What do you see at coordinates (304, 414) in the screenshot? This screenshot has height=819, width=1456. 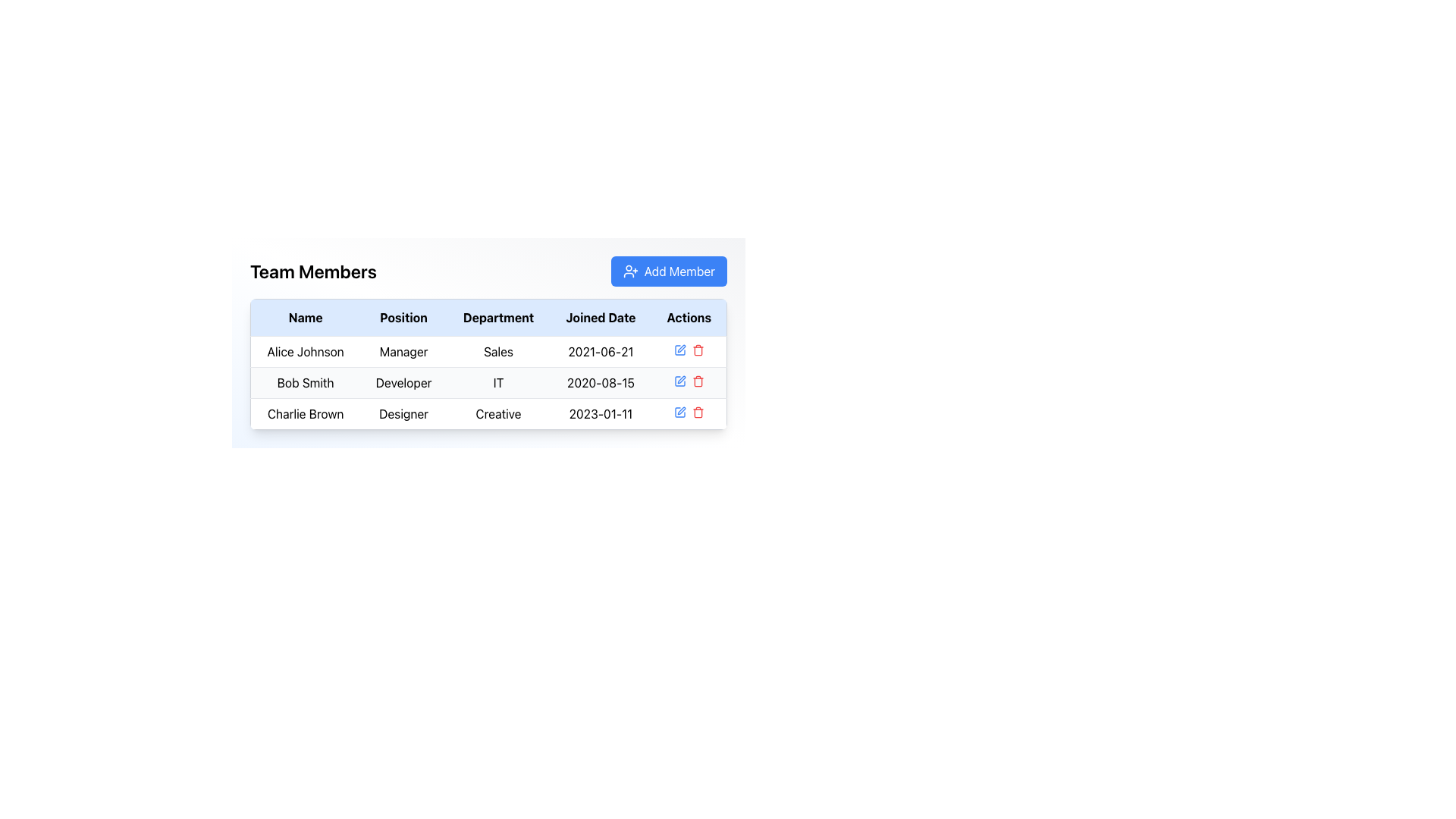 I see `the bold black text label displaying the name 'Charlie Brown' located in the first cell of the third row under the 'Name' column of the 'Team Members' table` at bounding box center [304, 414].